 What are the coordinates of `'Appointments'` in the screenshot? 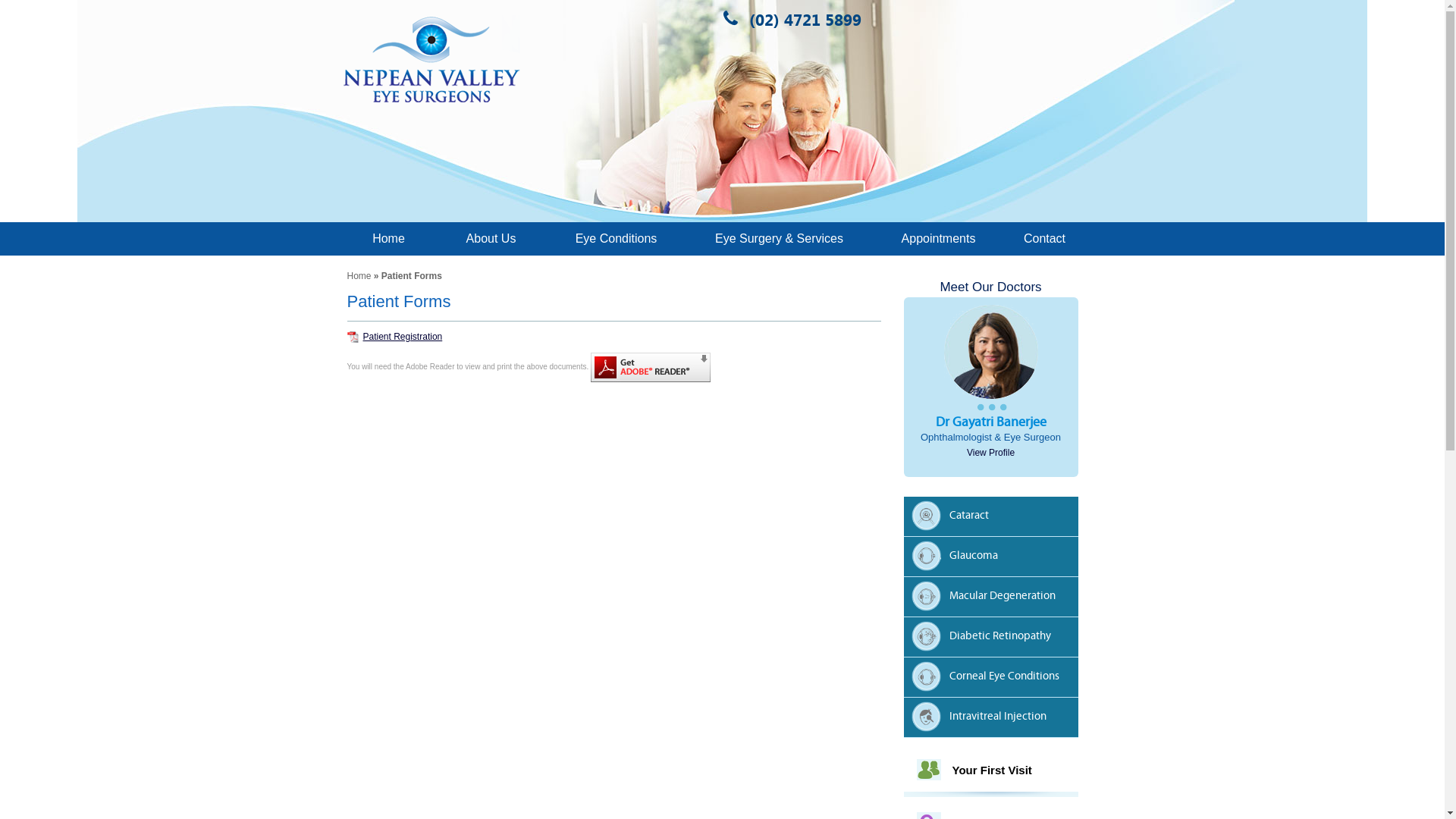 It's located at (937, 238).